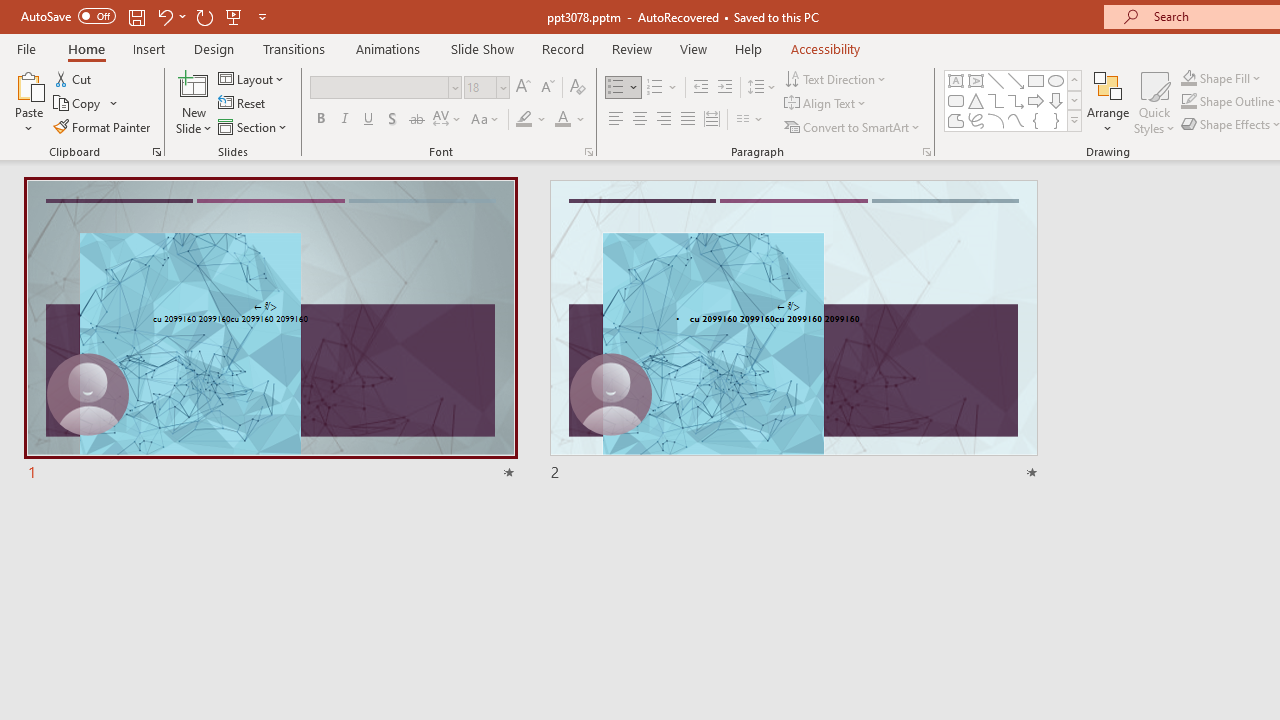 The width and height of the screenshot is (1280, 720). What do you see at coordinates (1036, 120) in the screenshot?
I see `'Left Brace'` at bounding box center [1036, 120].